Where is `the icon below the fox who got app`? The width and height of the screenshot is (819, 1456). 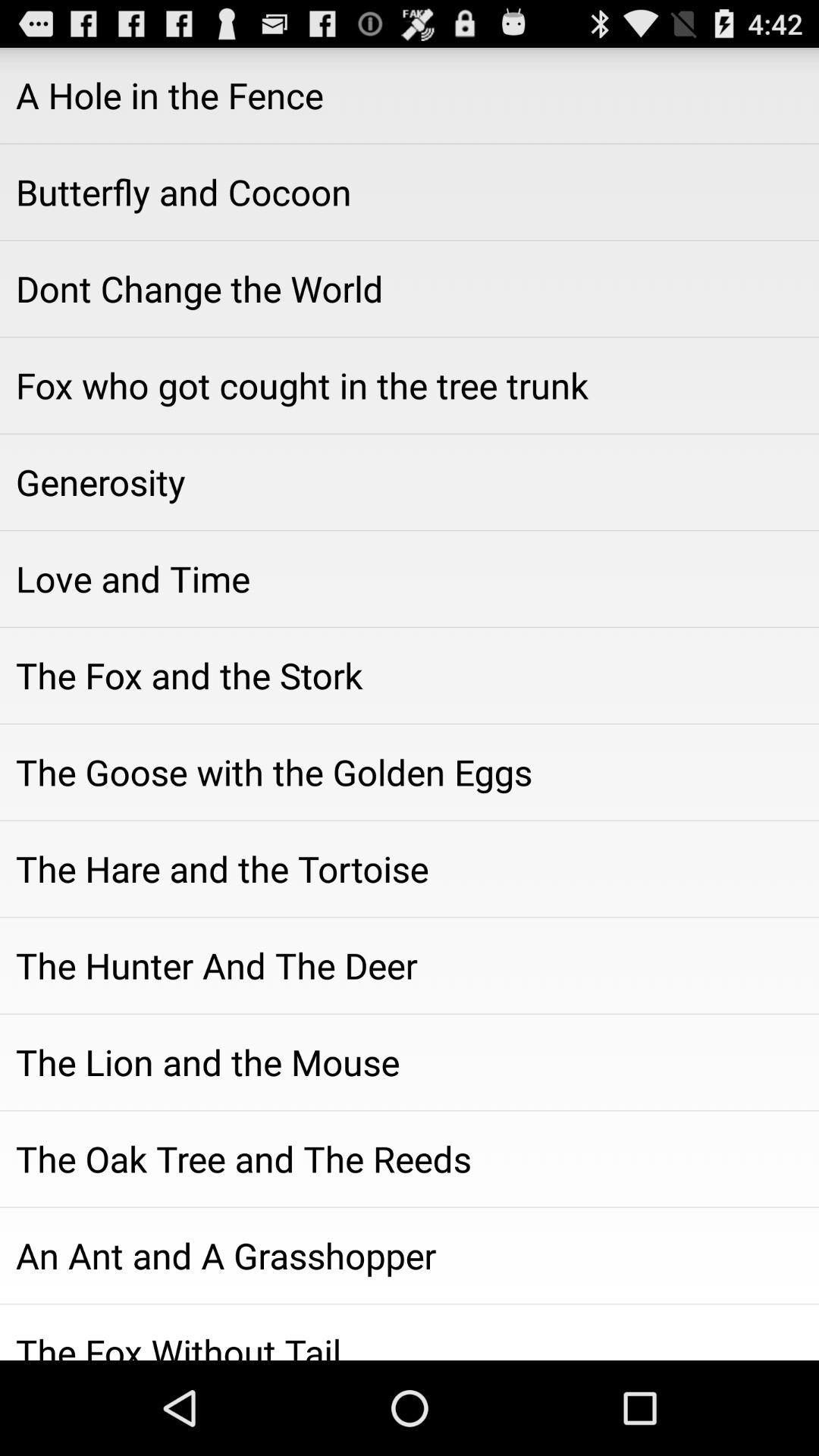
the icon below the fox who got app is located at coordinates (409, 481).